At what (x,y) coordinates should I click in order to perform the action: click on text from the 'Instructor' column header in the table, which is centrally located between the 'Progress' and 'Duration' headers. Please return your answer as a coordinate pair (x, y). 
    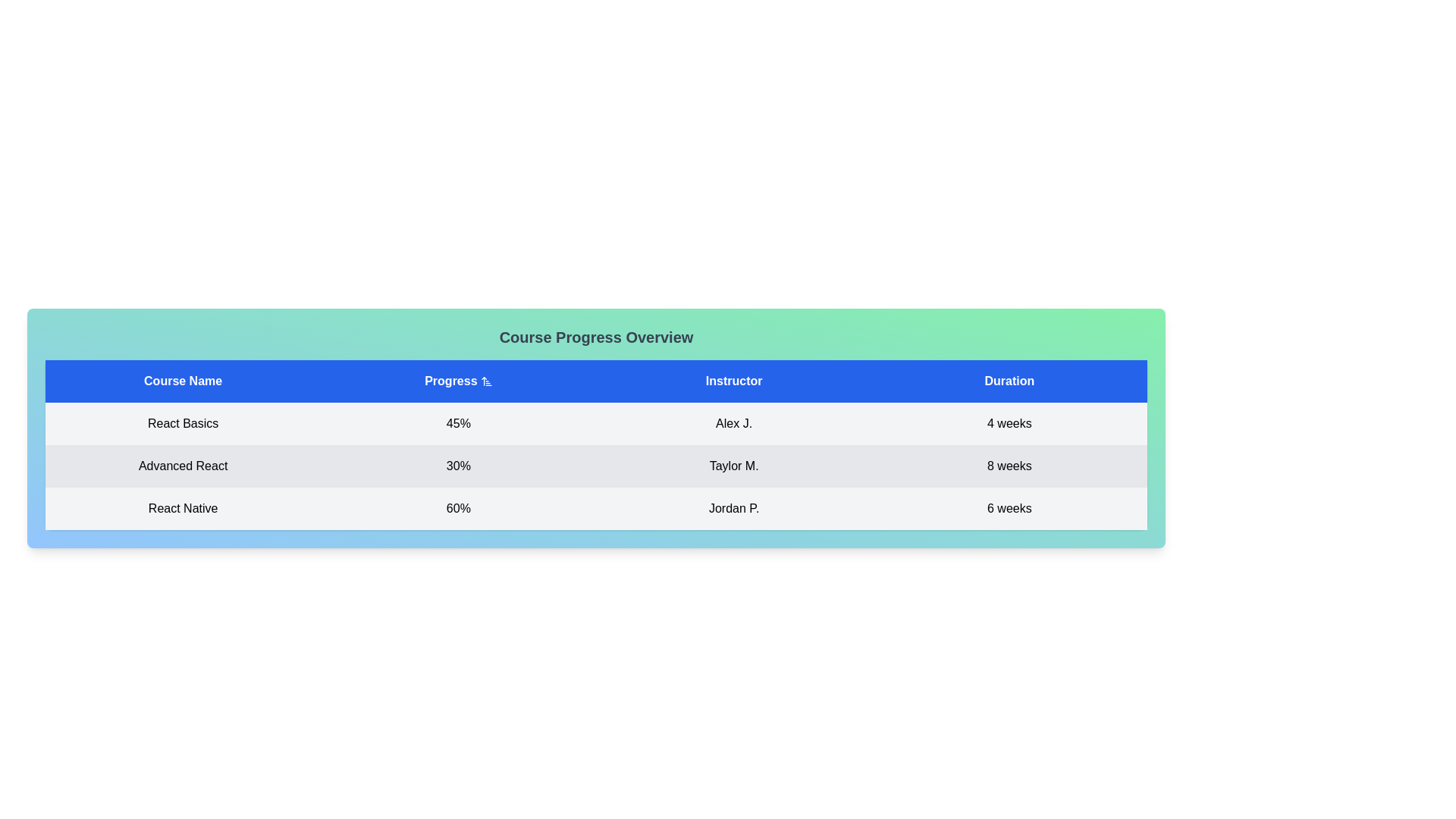
    Looking at the image, I should click on (734, 380).